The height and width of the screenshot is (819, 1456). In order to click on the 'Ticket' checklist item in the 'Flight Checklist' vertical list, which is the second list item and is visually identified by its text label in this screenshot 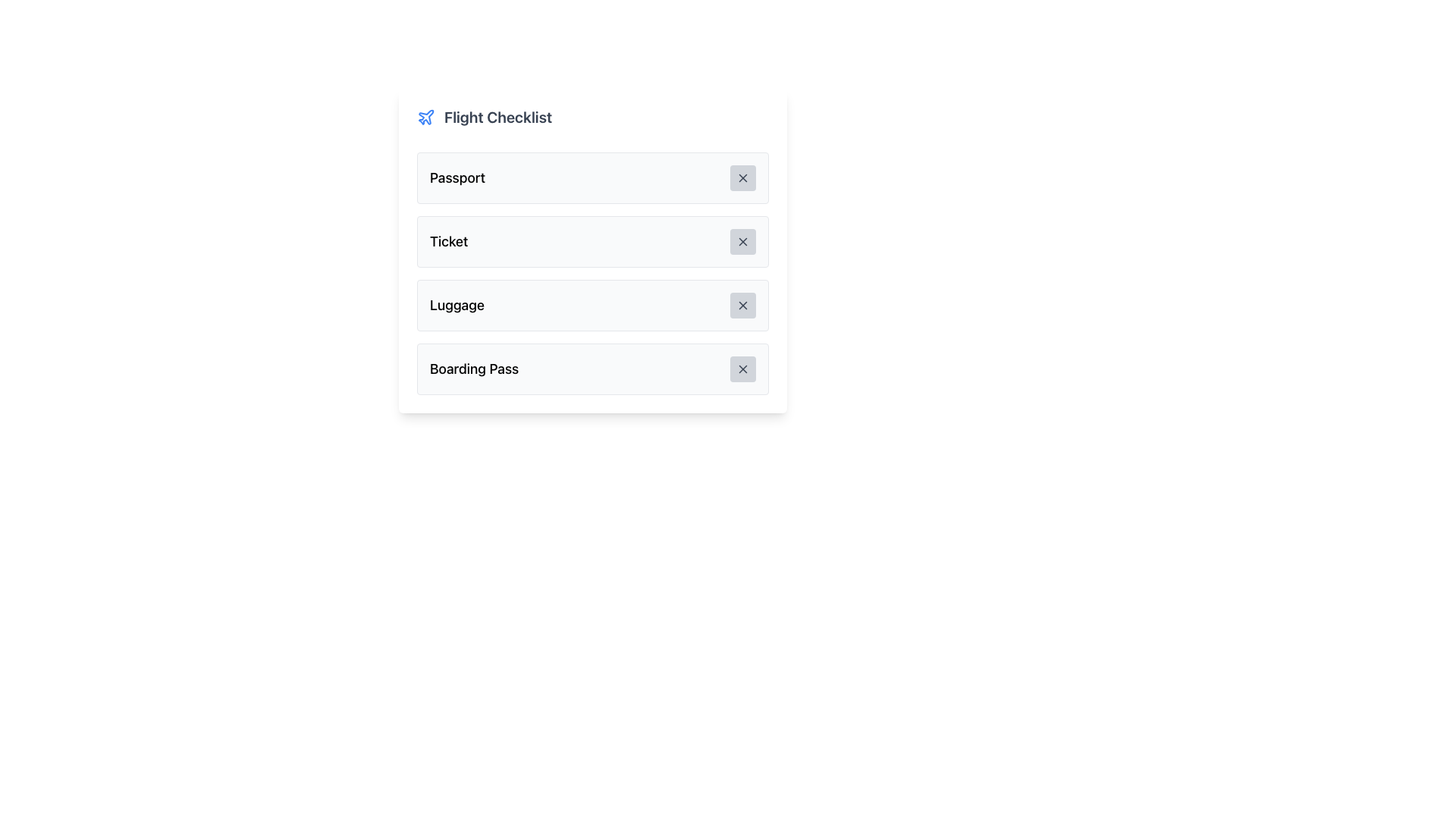, I will do `click(448, 241)`.